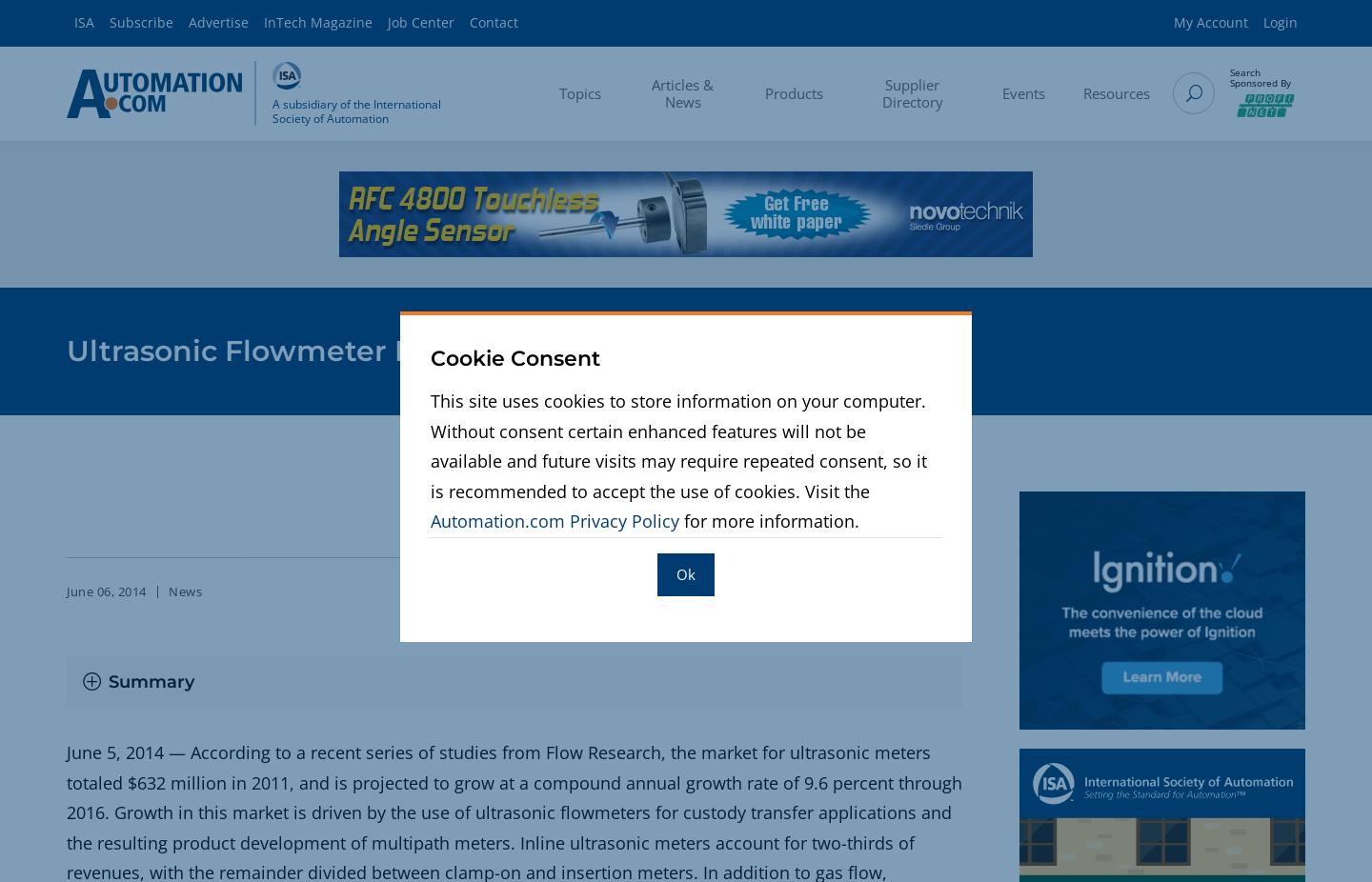  Describe the element at coordinates (108, 680) in the screenshot. I see `'Summary'` at that location.